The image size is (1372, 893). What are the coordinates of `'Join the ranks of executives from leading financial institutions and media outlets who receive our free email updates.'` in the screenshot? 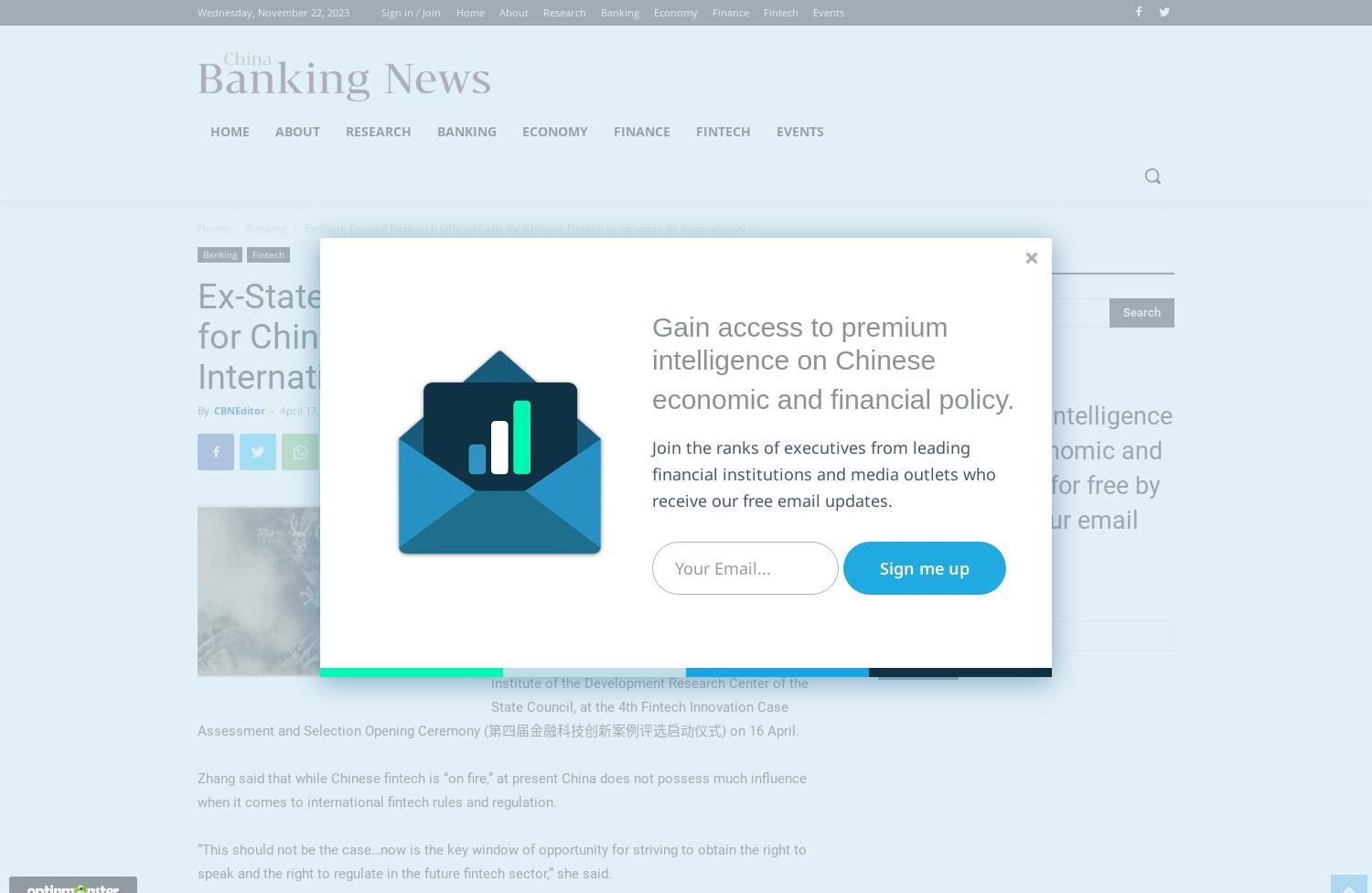 It's located at (824, 473).